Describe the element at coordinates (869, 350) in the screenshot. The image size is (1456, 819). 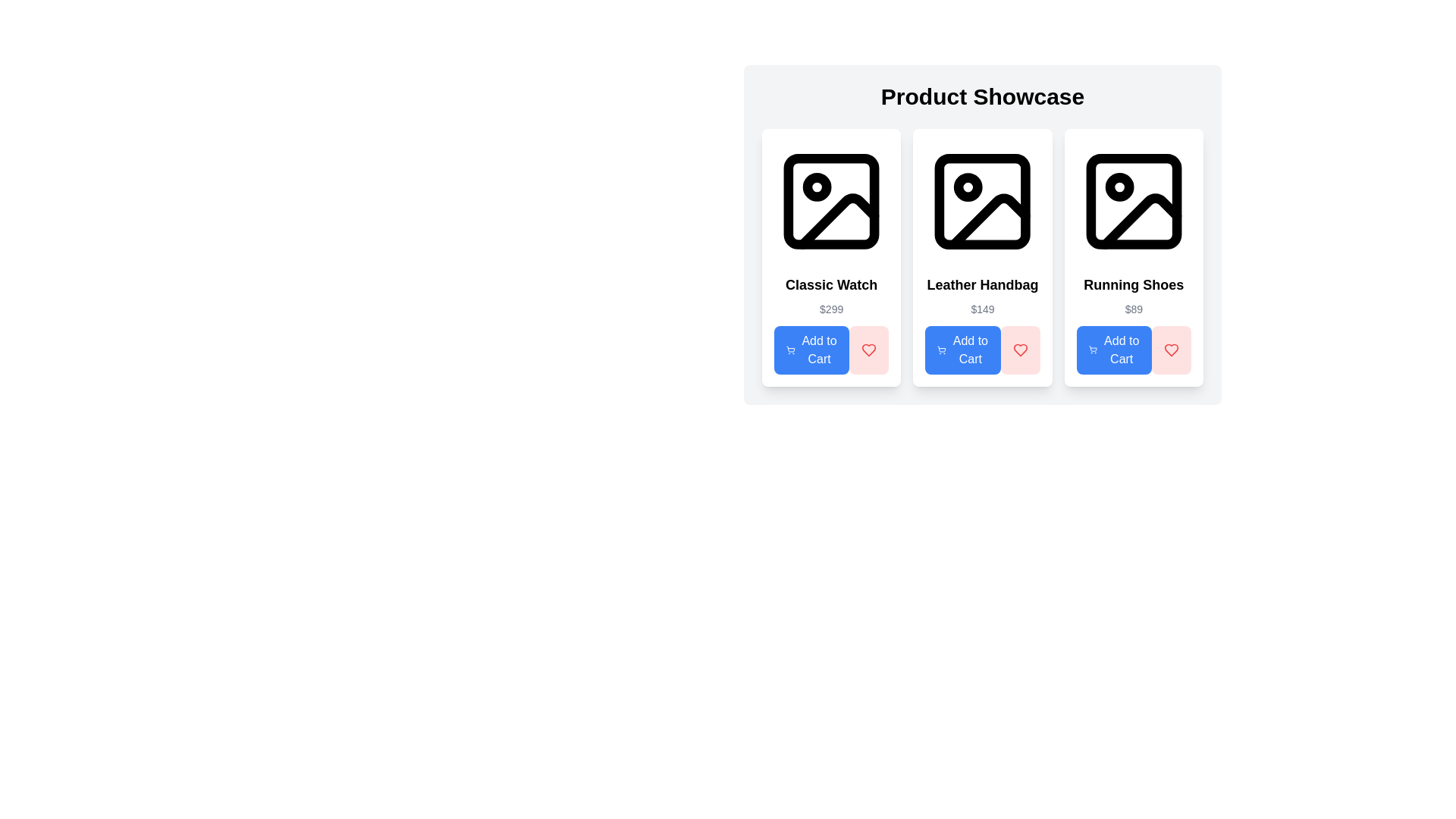
I see `the button with an embedded icon that allows adding 'Classic Watch' to the wishlist` at that location.